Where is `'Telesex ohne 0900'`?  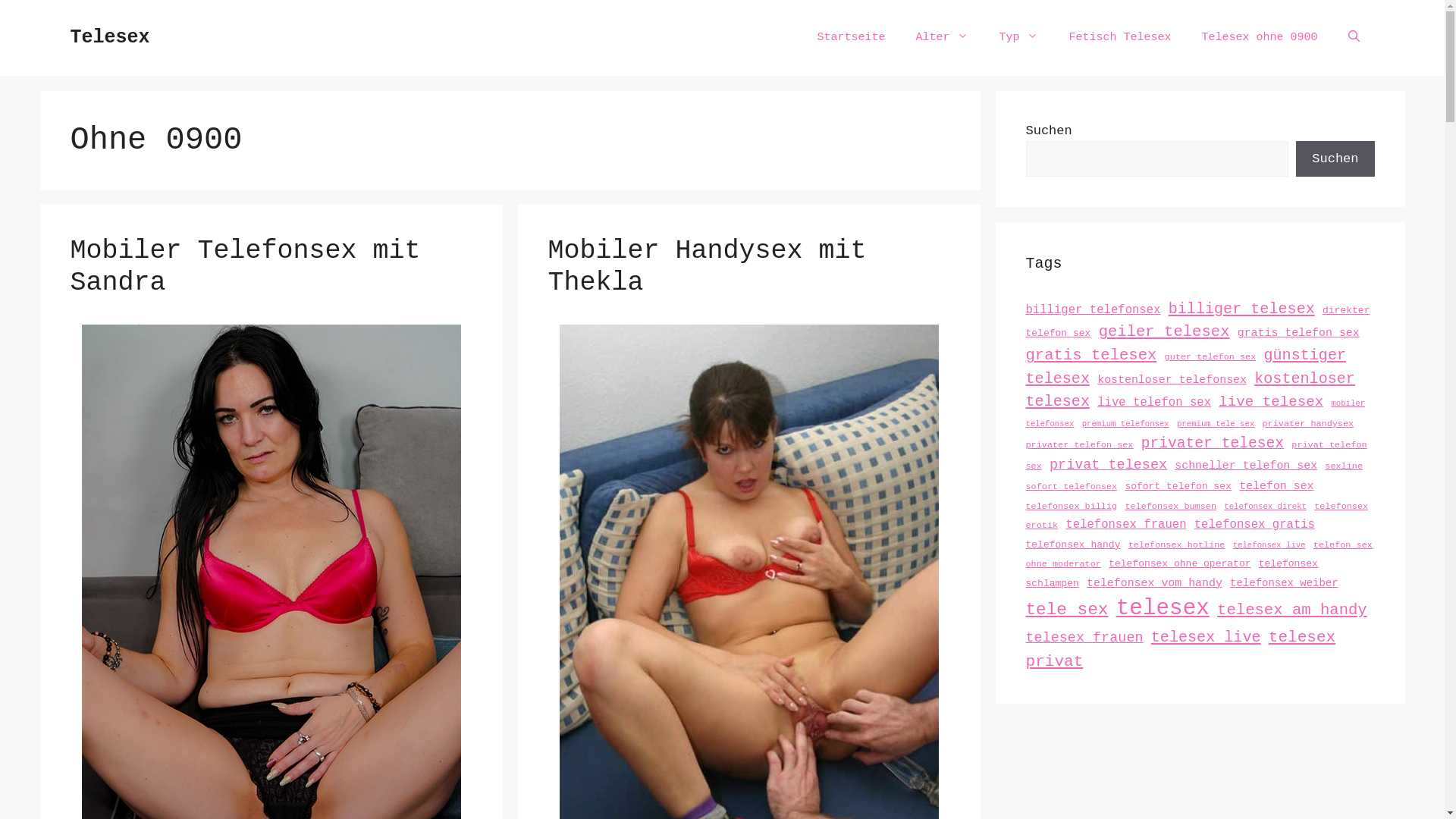
'Telesex ohne 0900' is located at coordinates (1259, 37).